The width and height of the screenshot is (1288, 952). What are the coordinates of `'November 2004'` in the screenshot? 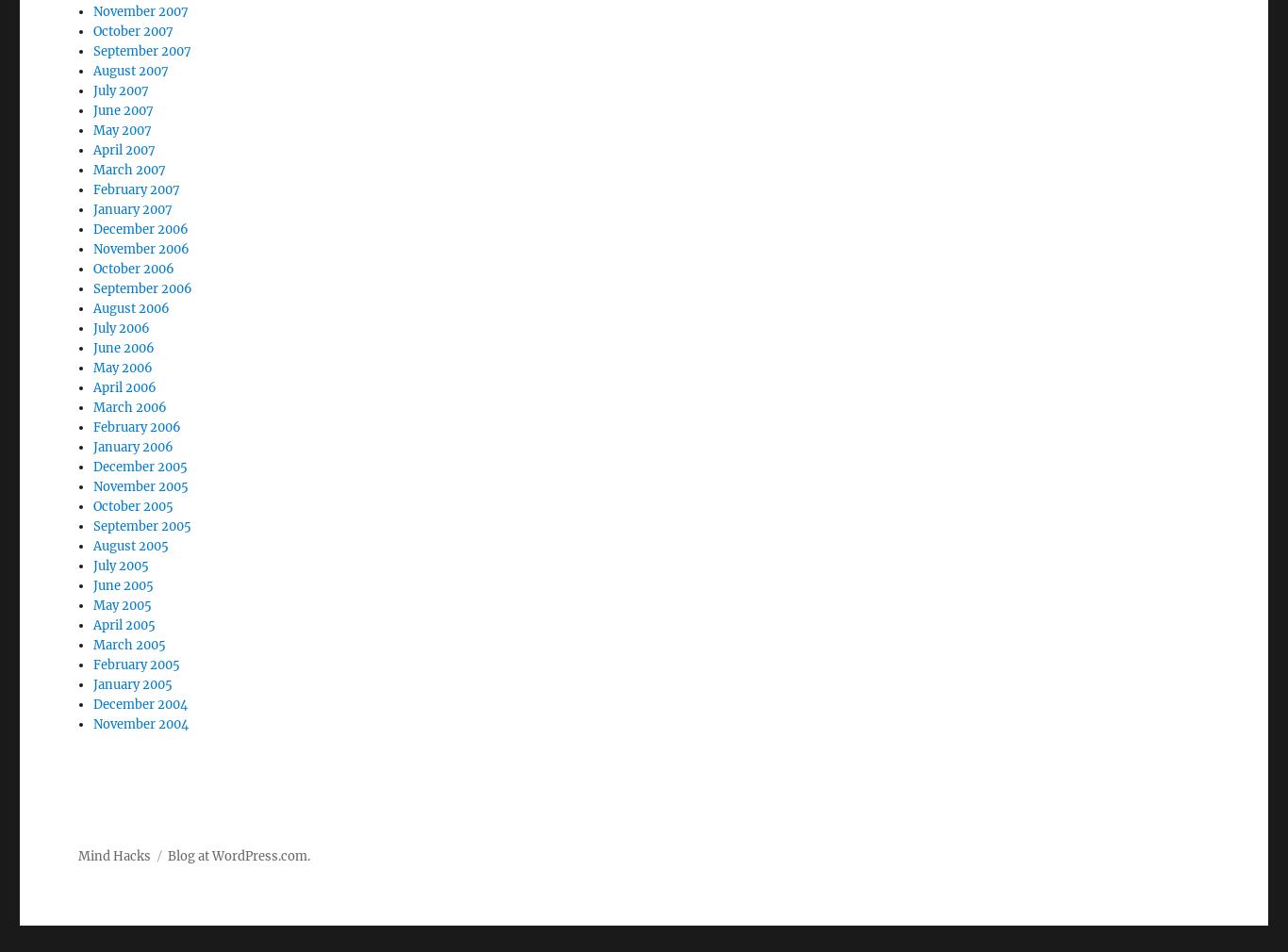 It's located at (140, 671).